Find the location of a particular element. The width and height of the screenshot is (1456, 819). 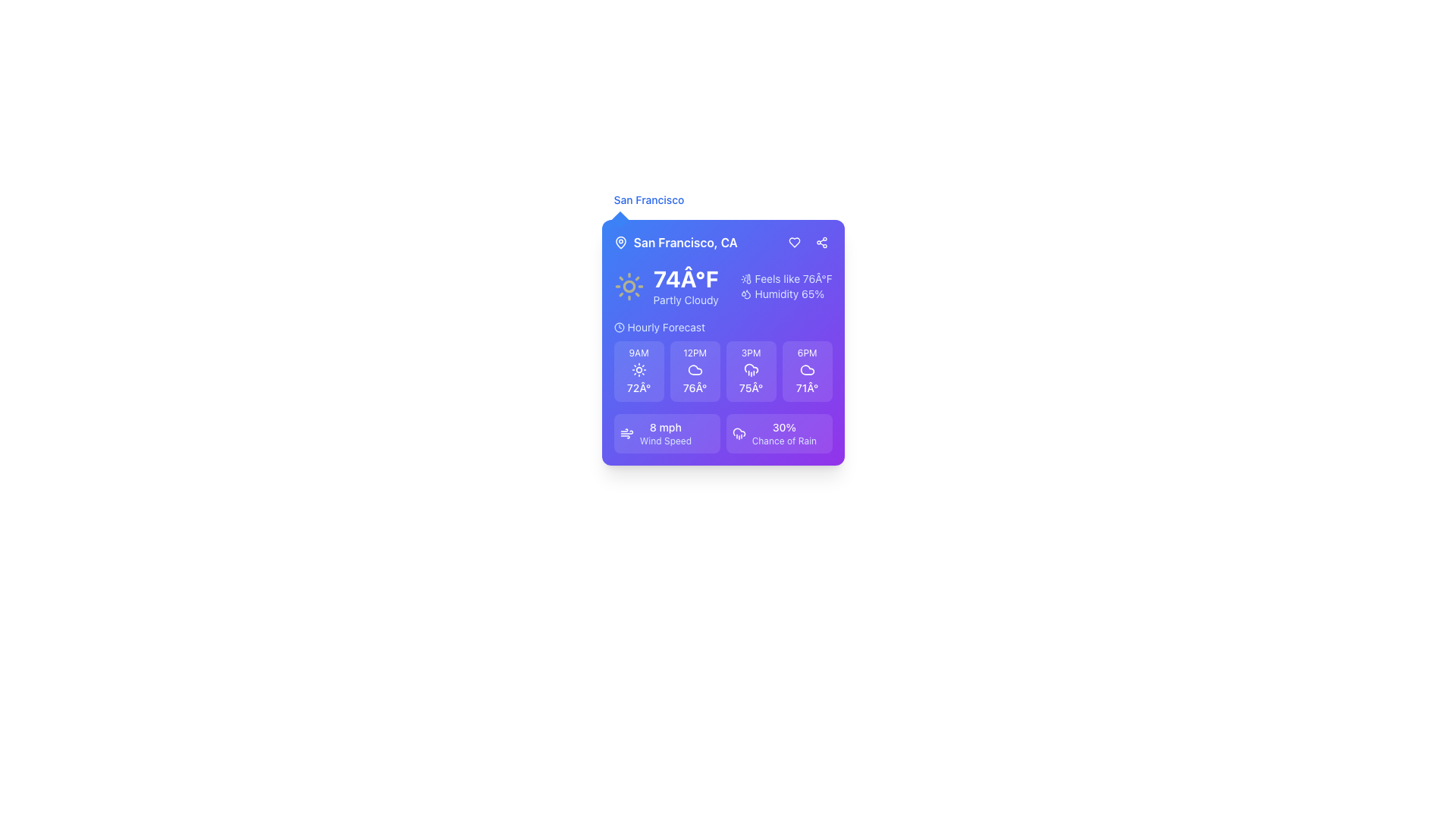

the sunny weather icon located in the weather overview card for '9AM' with a temperature of '72°' is located at coordinates (639, 370).